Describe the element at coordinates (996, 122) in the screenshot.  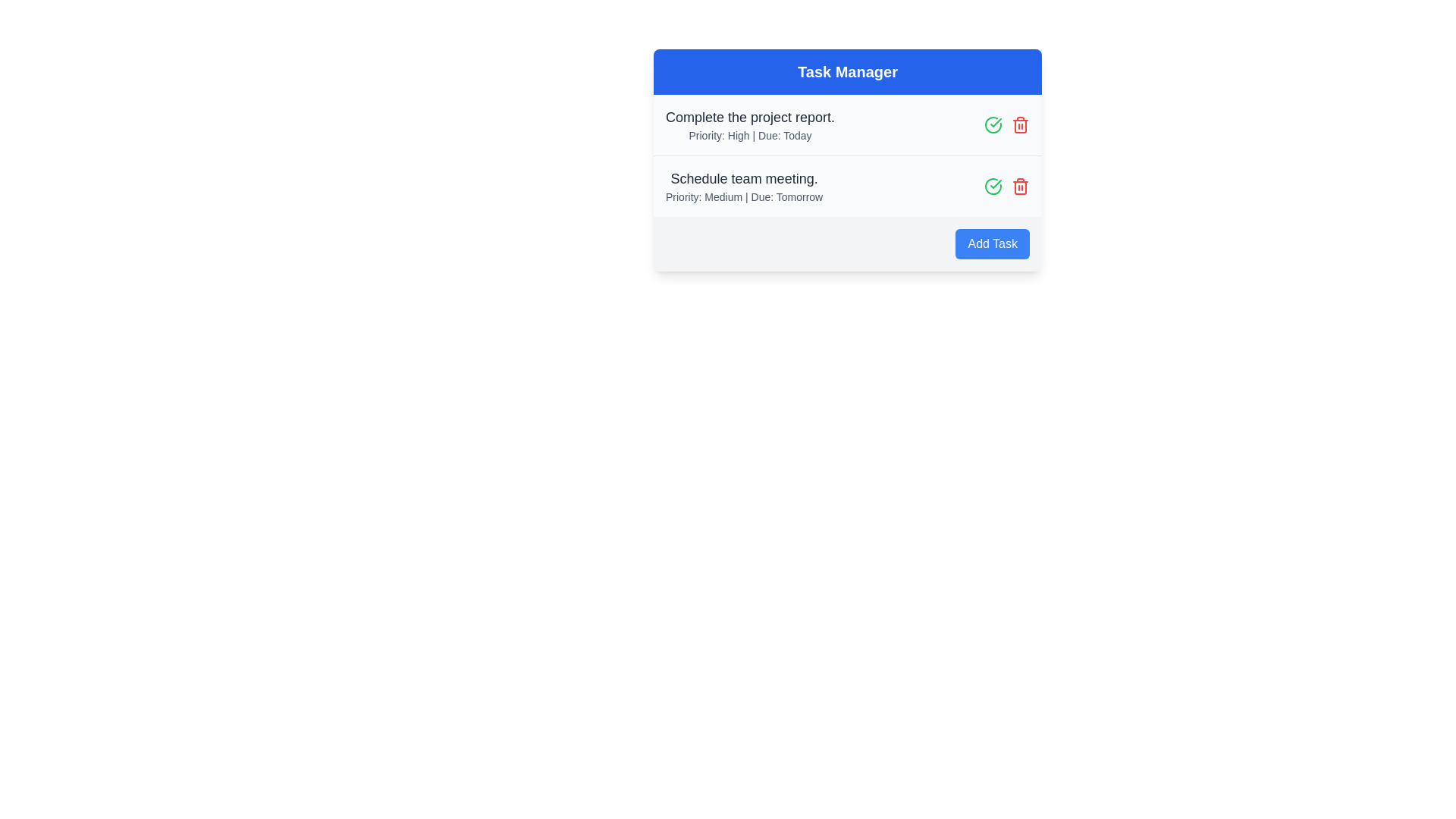
I see `the center of the check mark icon, which is the second icon` at that location.